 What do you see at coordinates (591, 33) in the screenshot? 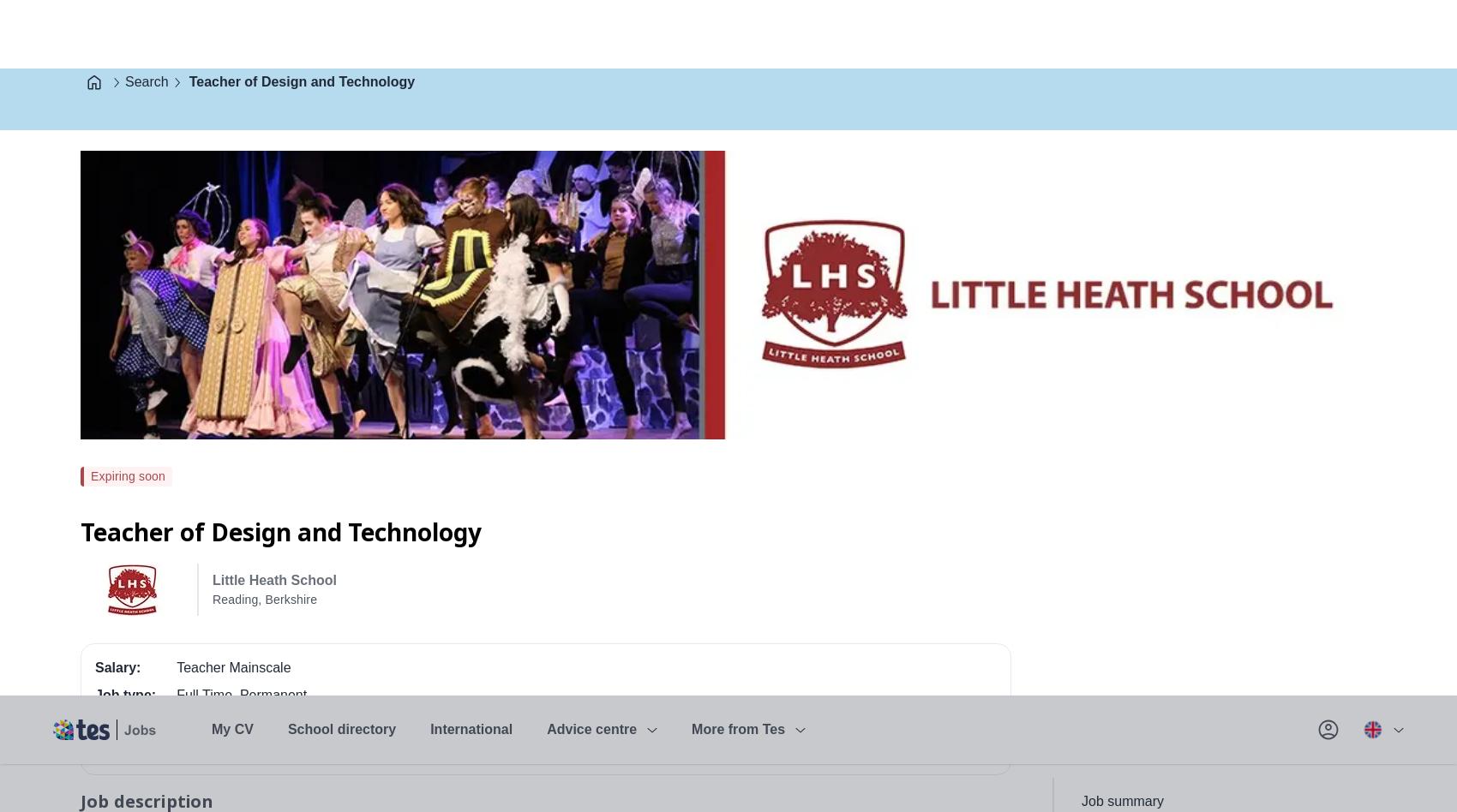
I see `'Advice centre'` at bounding box center [591, 33].